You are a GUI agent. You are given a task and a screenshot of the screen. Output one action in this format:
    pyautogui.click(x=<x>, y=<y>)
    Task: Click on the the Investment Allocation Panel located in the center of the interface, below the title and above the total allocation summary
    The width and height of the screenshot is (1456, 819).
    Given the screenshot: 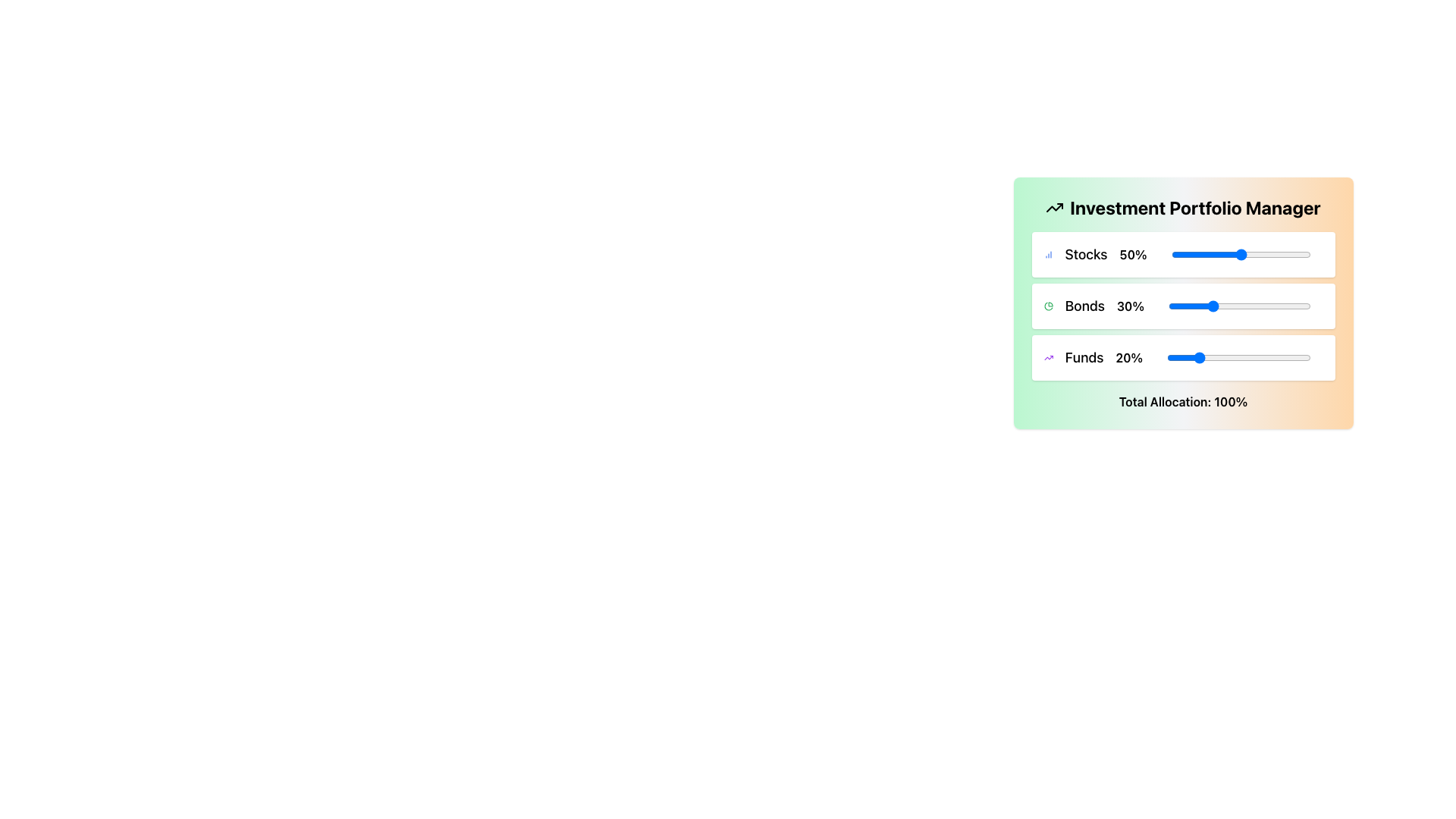 What is the action you would take?
    pyautogui.click(x=1182, y=306)
    